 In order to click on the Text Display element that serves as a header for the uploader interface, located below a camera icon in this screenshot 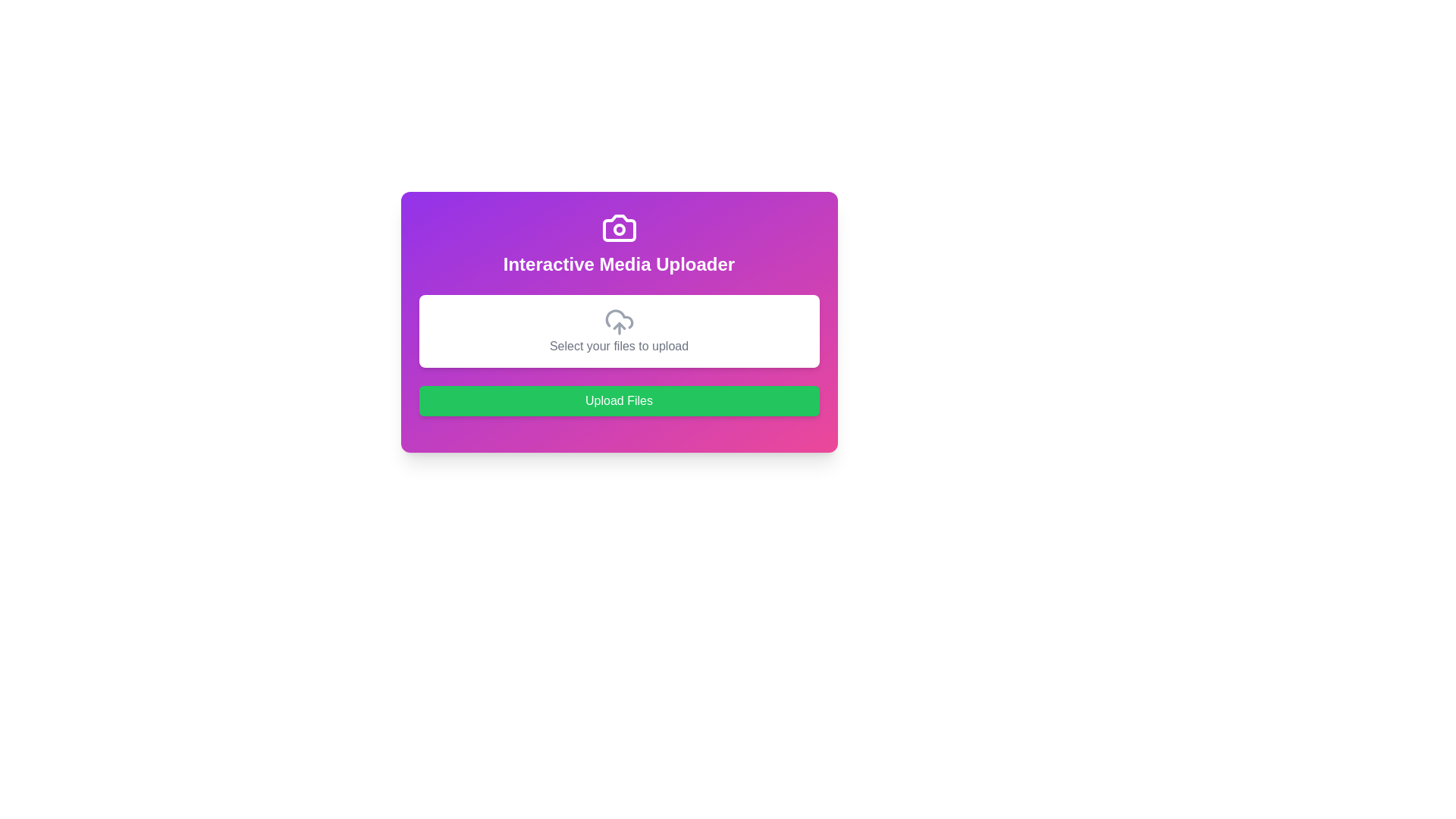, I will do `click(619, 263)`.